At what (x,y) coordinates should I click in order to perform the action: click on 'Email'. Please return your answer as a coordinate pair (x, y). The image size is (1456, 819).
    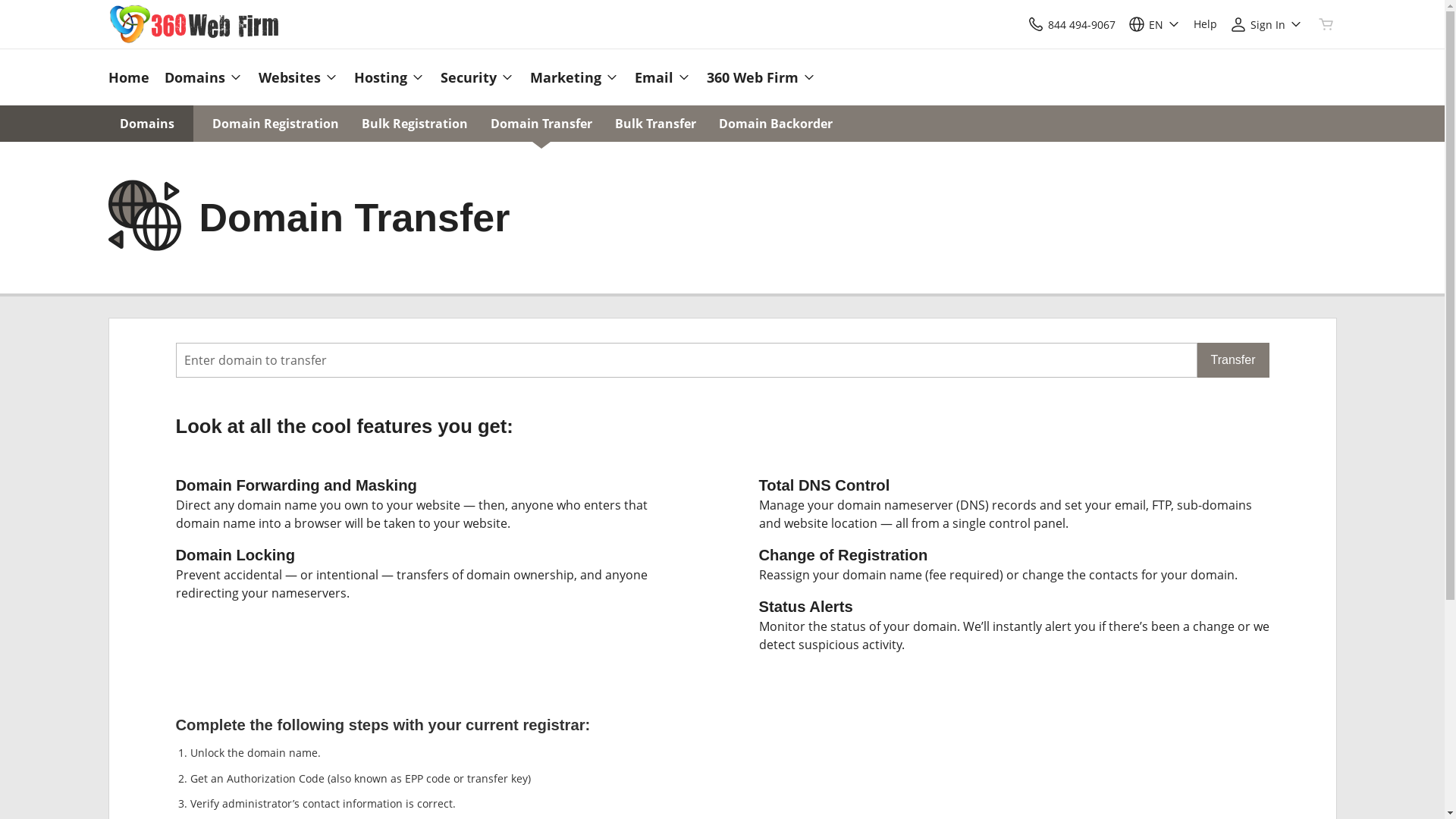
    Looking at the image, I should click on (662, 77).